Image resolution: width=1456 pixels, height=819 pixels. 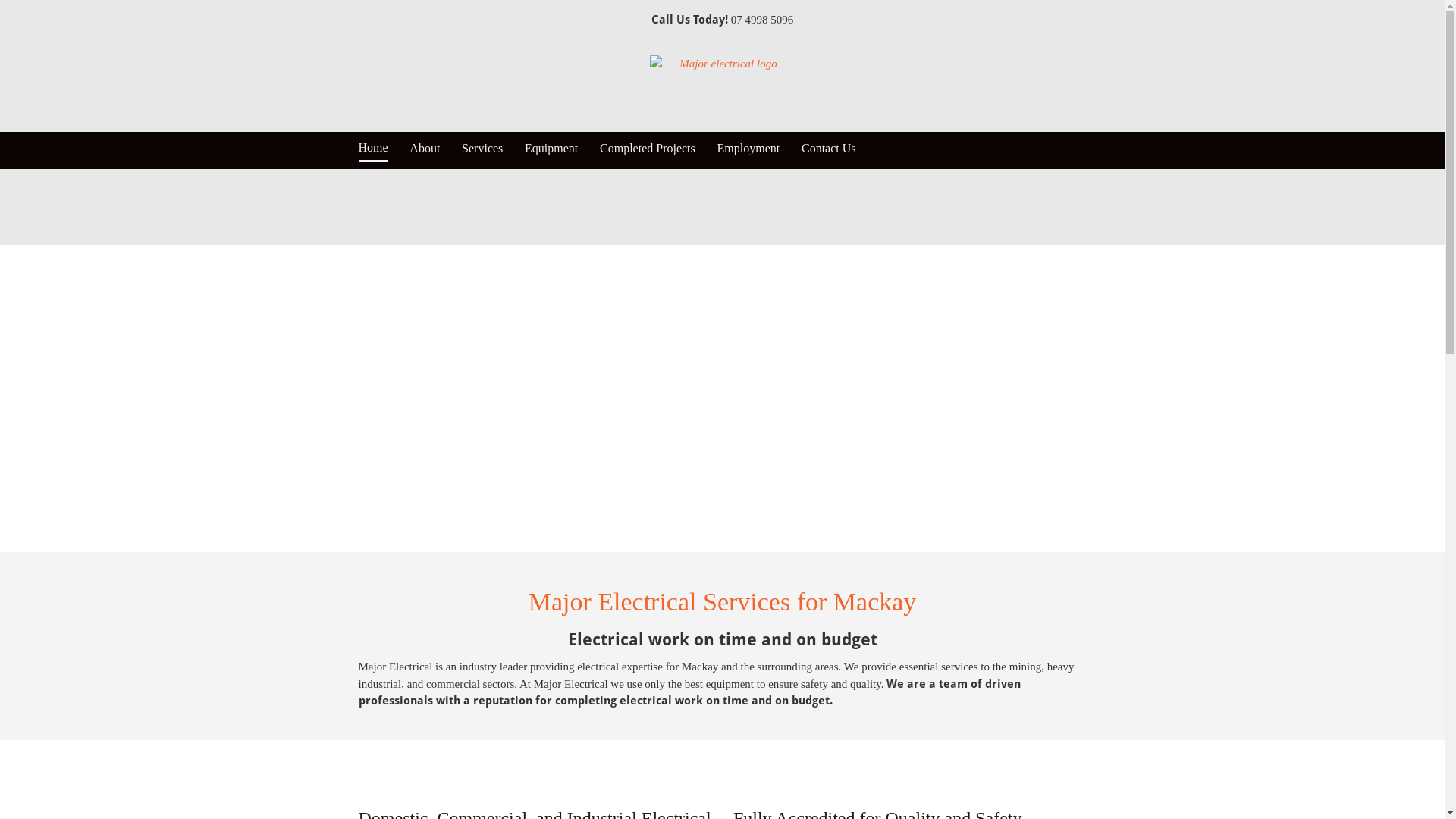 I want to click on 'Home', so click(x=356, y=151).